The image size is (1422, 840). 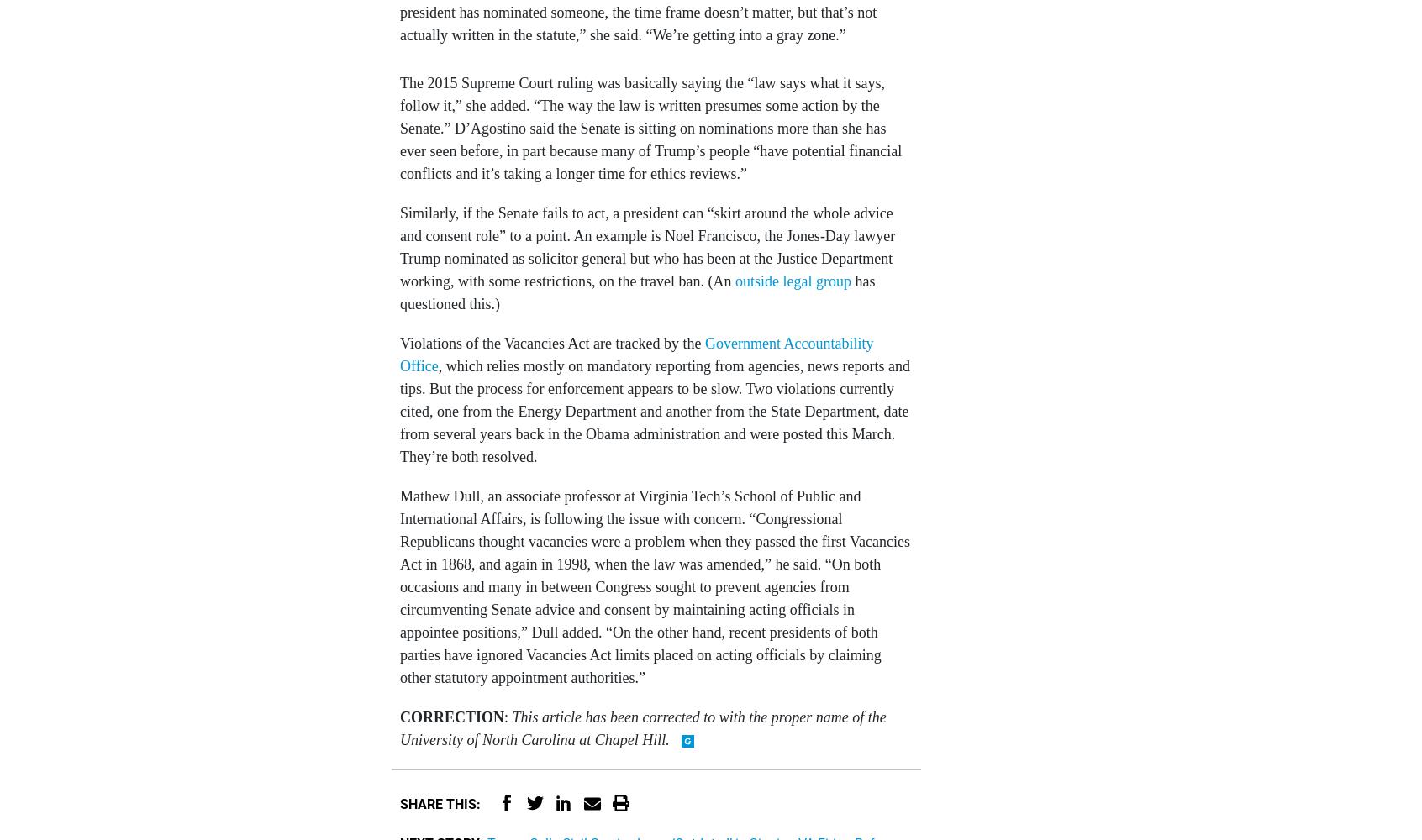 I want to click on 'This article has been corrected to with the proper name of the University of North Carolina at Chapel Hill.', so click(x=641, y=727).